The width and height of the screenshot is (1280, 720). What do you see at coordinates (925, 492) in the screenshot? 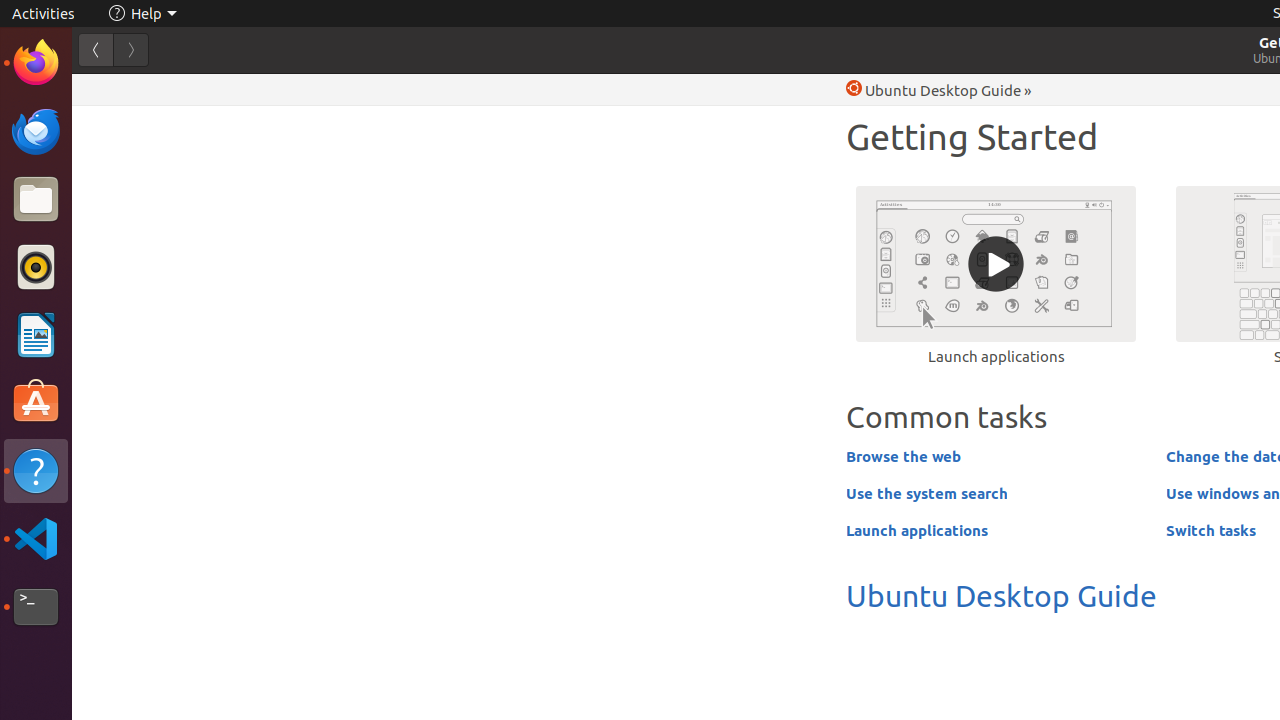
I see `'Use the system search'` at bounding box center [925, 492].